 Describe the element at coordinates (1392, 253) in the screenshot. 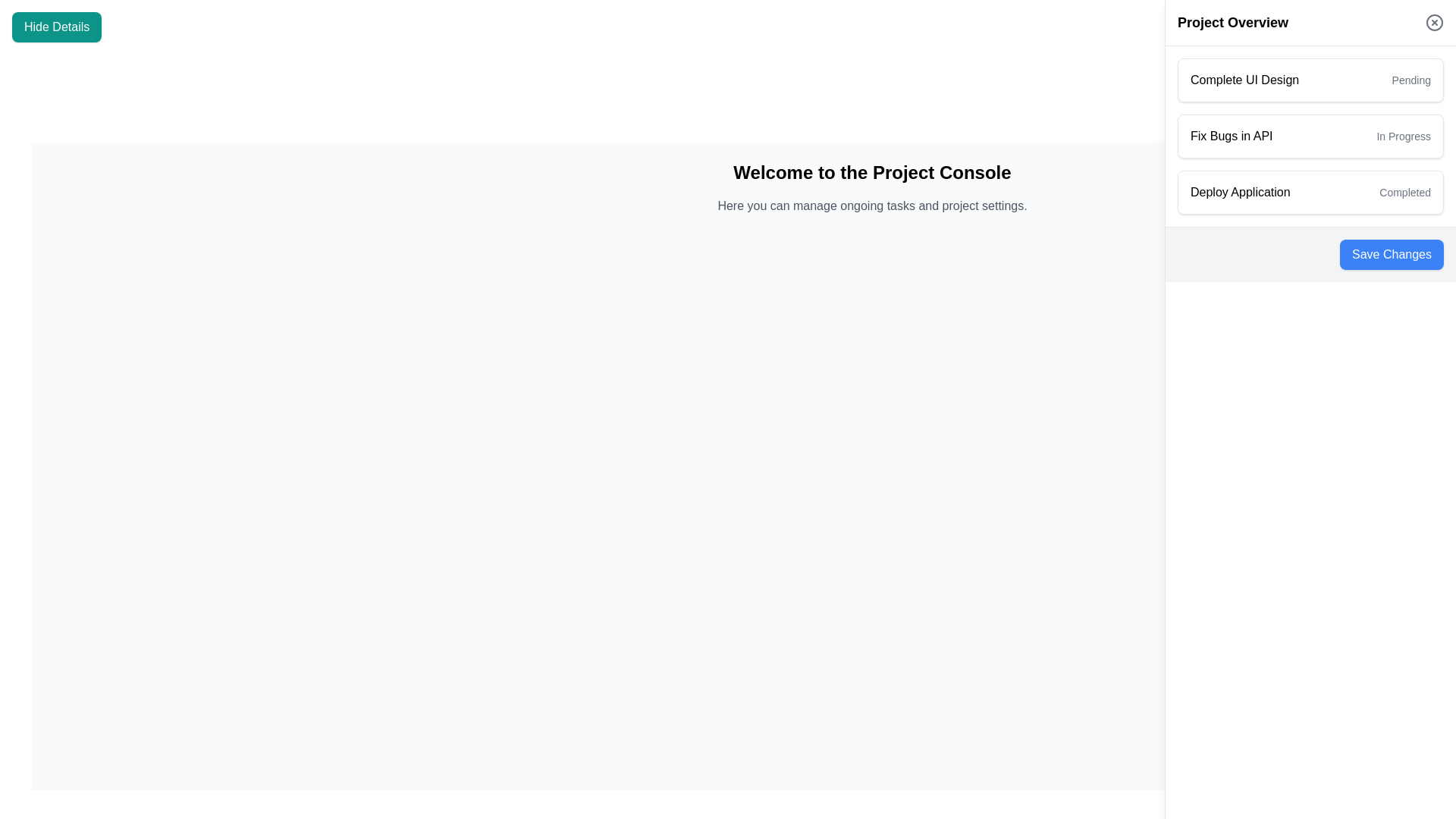

I see `the 'Save Changes' button, which is a rectangular button with a blue background and white text, located in the 'Project Overview' panel at the lower-right corner` at that location.